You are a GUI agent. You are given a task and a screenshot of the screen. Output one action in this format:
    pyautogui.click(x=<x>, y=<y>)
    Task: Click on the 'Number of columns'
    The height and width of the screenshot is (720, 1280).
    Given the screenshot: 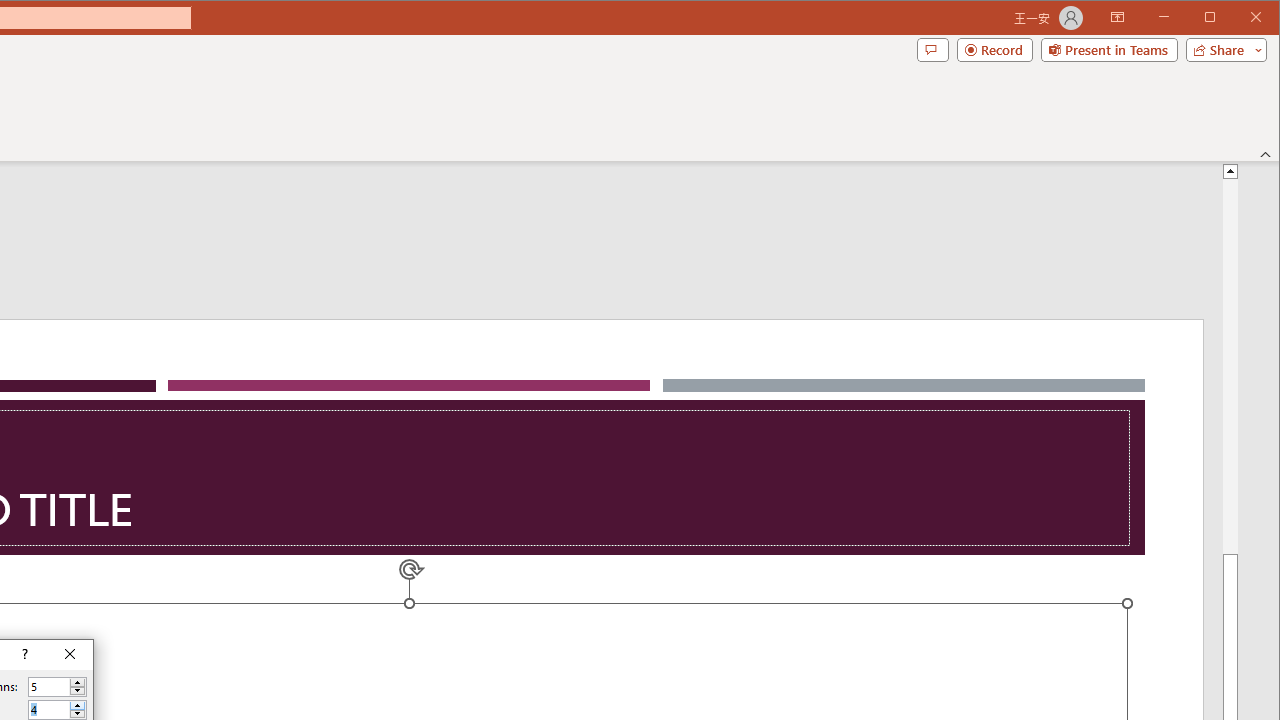 What is the action you would take?
    pyautogui.click(x=57, y=685)
    